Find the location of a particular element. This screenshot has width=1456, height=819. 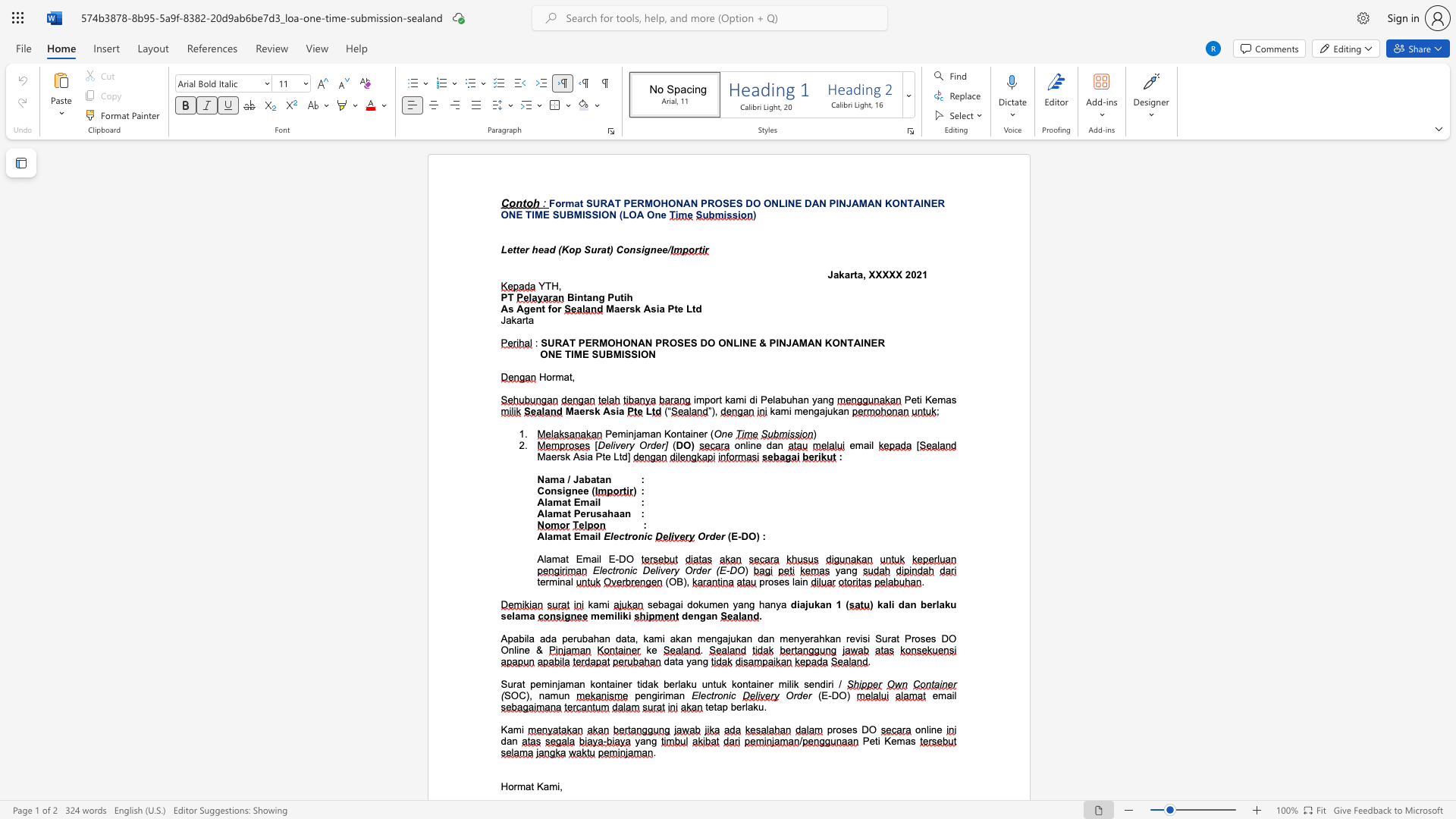

the subset text "ent for" within the text "As Agent for" is located at coordinates (530, 308).